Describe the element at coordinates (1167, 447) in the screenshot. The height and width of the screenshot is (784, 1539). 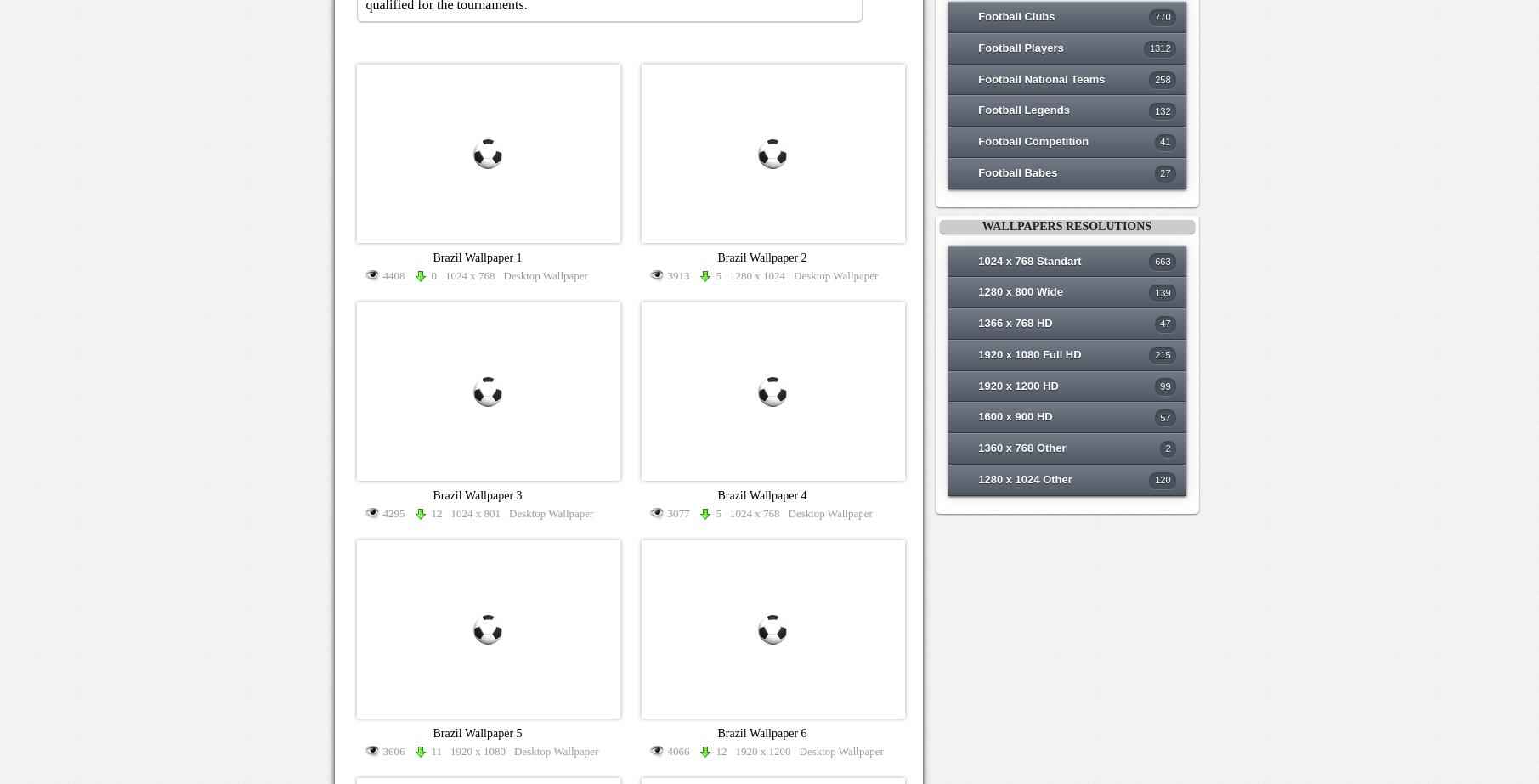
I see `'2'` at that location.